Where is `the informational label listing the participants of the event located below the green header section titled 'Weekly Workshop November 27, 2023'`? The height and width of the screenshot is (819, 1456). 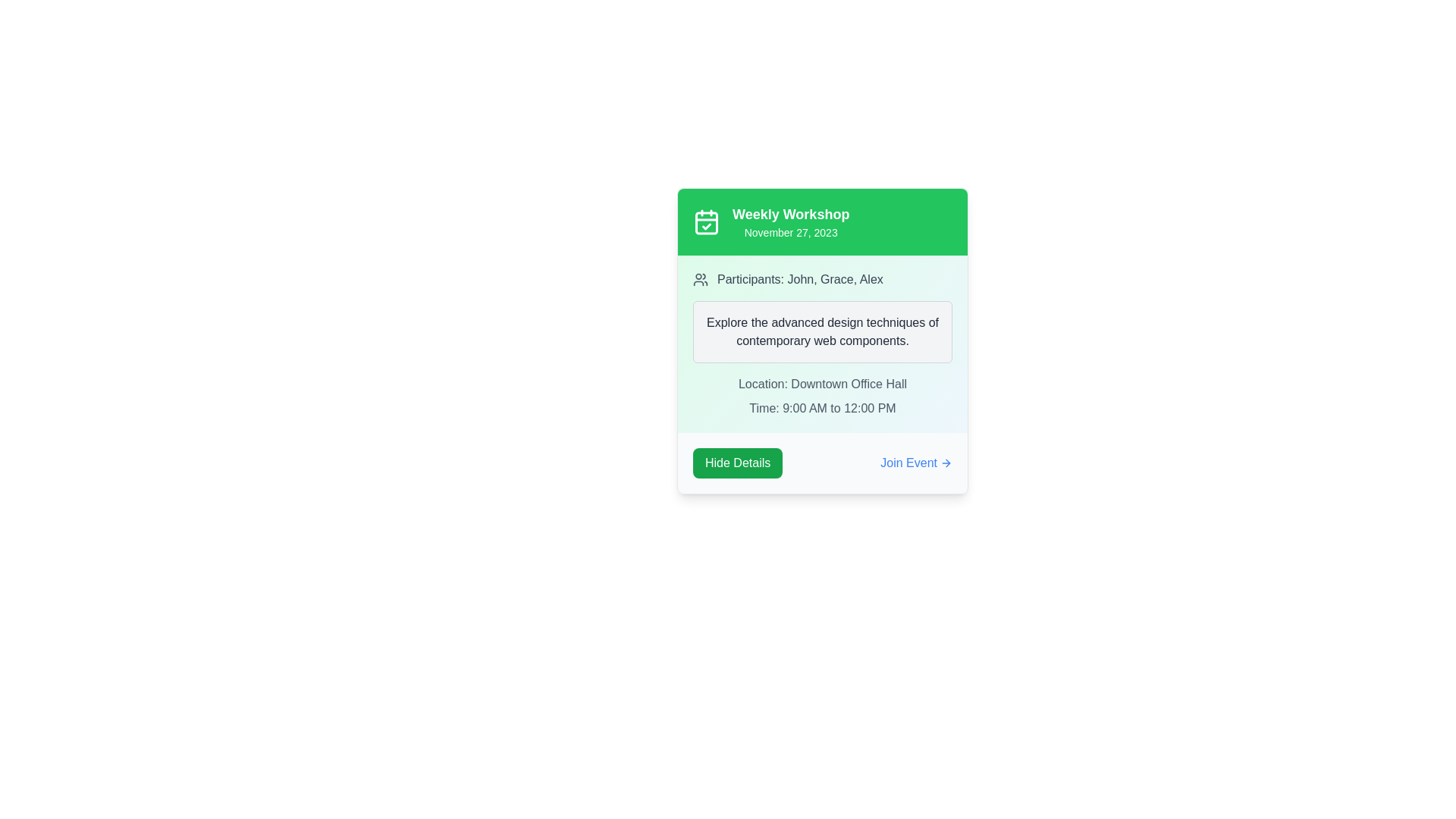 the informational label listing the participants of the event located below the green header section titled 'Weekly Workshop November 27, 2023' is located at coordinates (821, 280).